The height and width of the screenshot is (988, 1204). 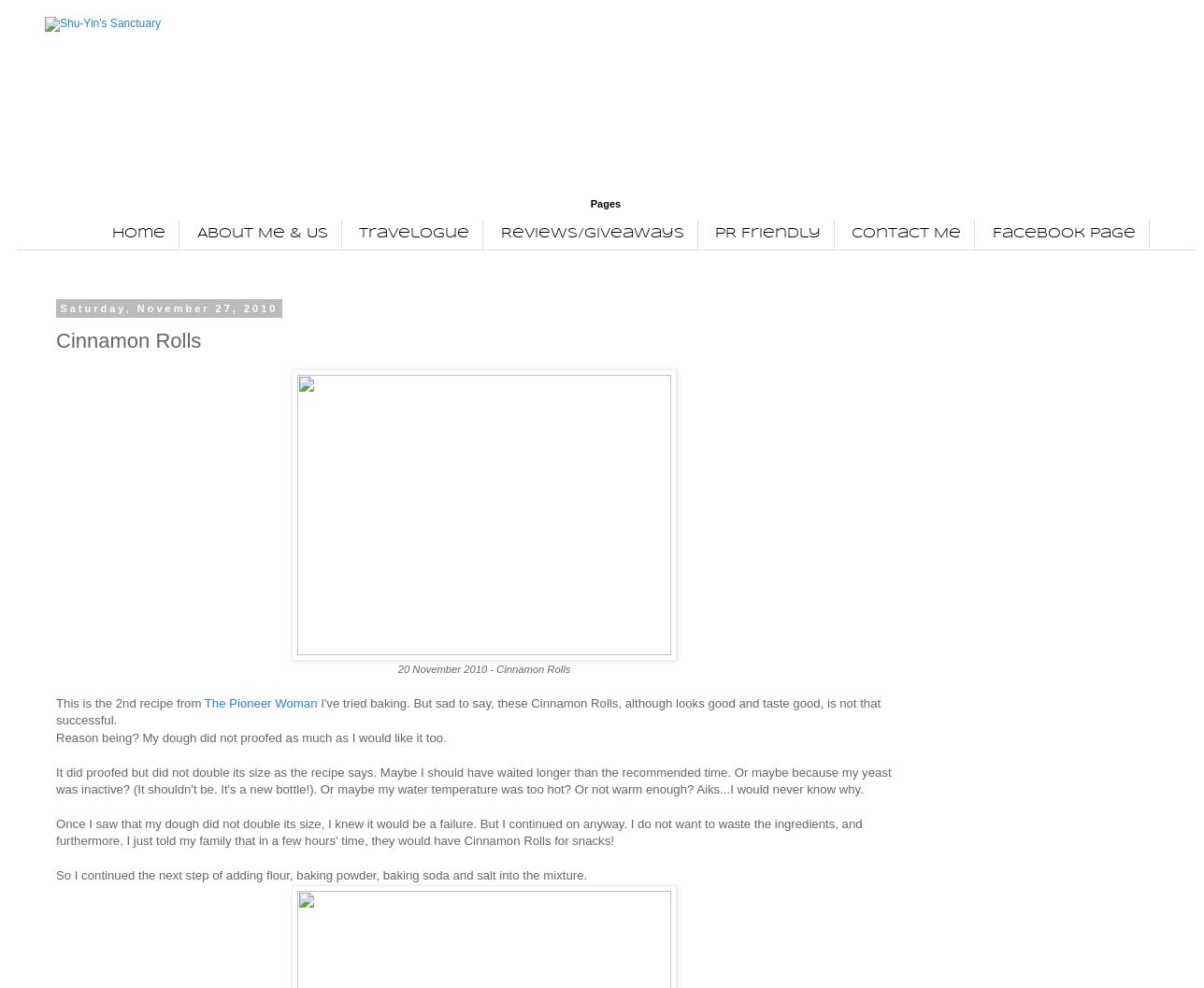 What do you see at coordinates (56, 701) in the screenshot?
I see `'This is the 2nd recipe from'` at bounding box center [56, 701].